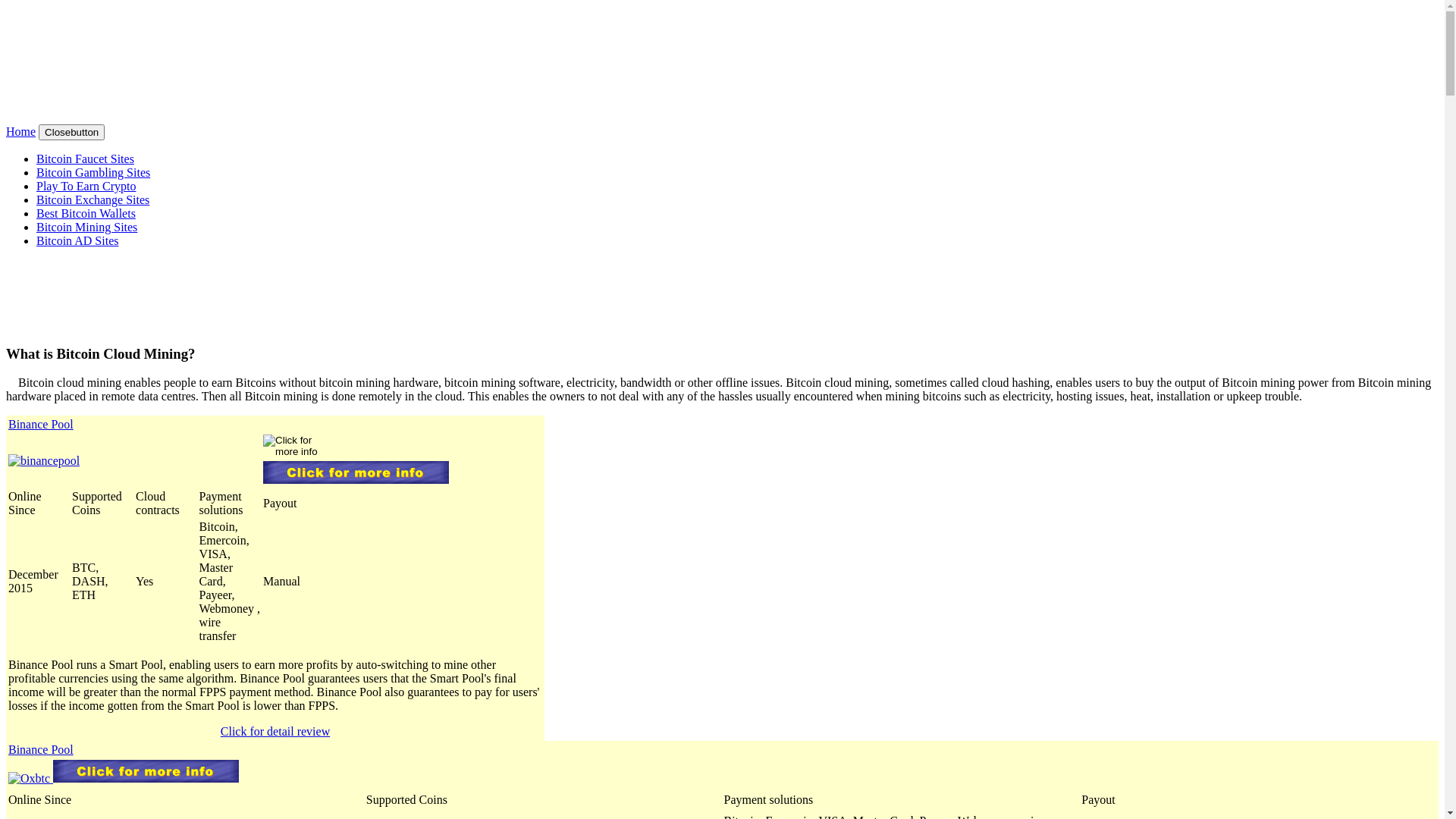  What do you see at coordinates (85, 185) in the screenshot?
I see `'Play To Earn Crypto'` at bounding box center [85, 185].